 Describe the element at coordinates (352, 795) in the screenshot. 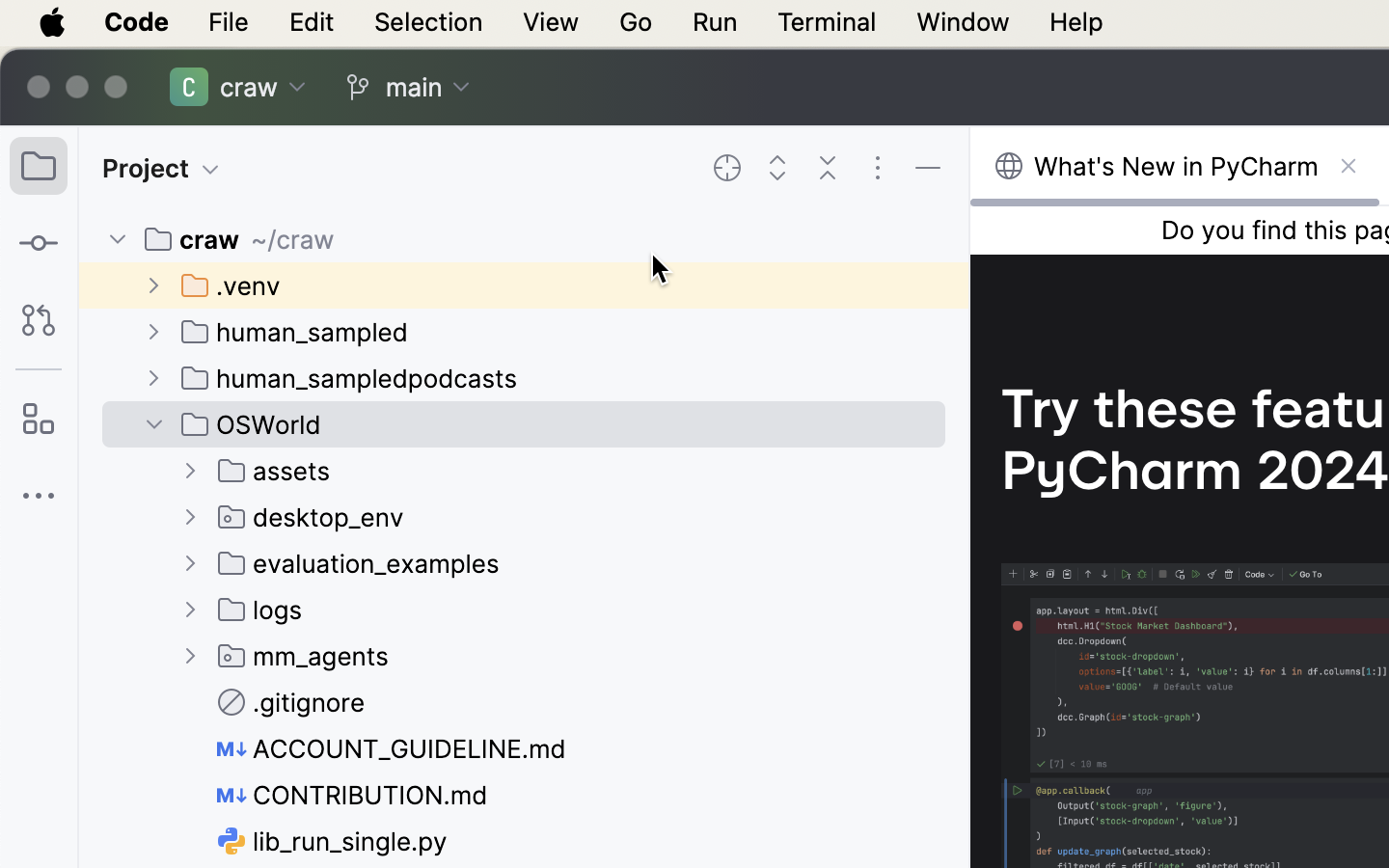

I see `'CONTRIBUTION.md'` at that location.